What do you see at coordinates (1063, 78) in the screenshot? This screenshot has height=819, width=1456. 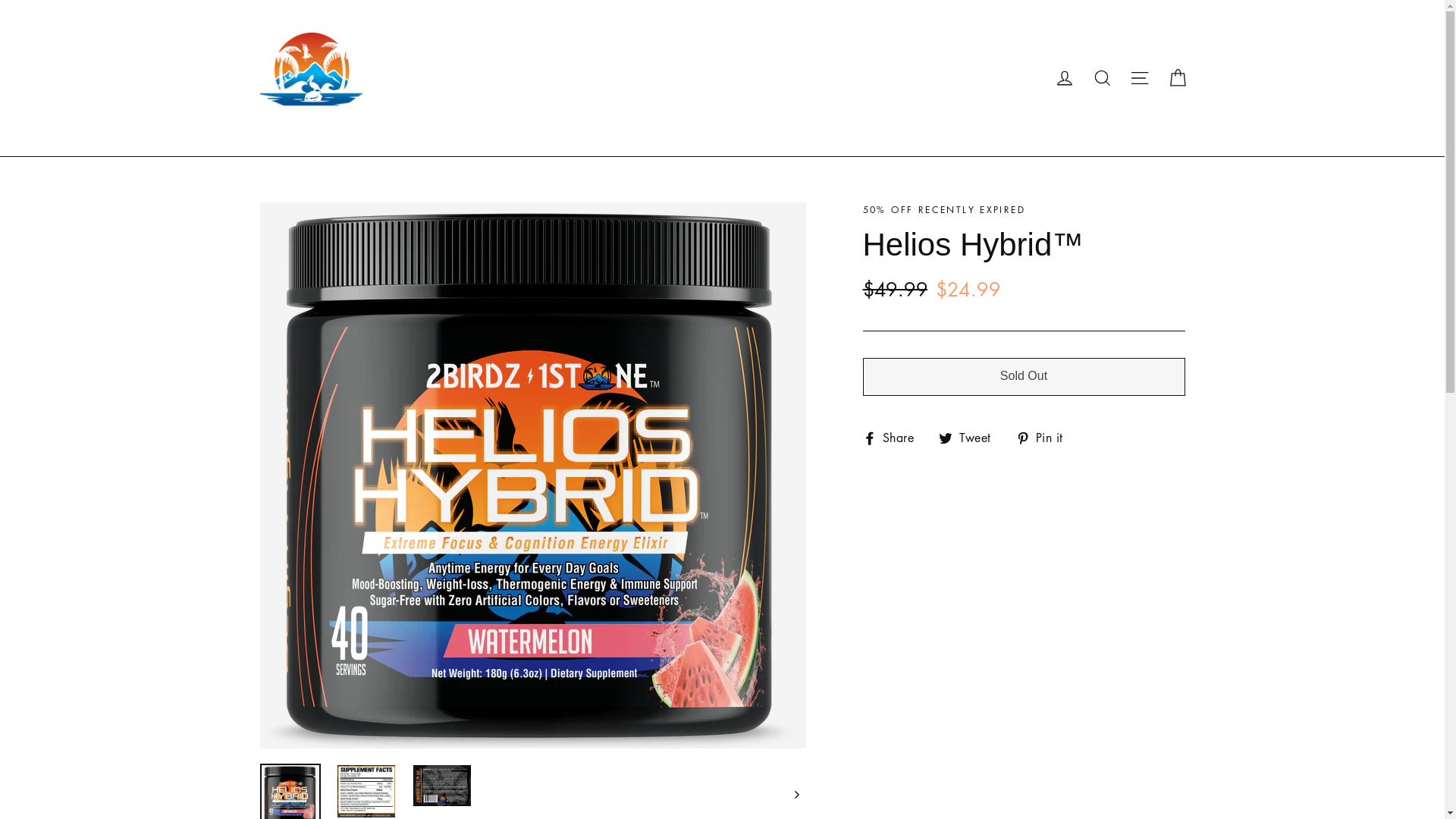 I see `'Log in'` at bounding box center [1063, 78].